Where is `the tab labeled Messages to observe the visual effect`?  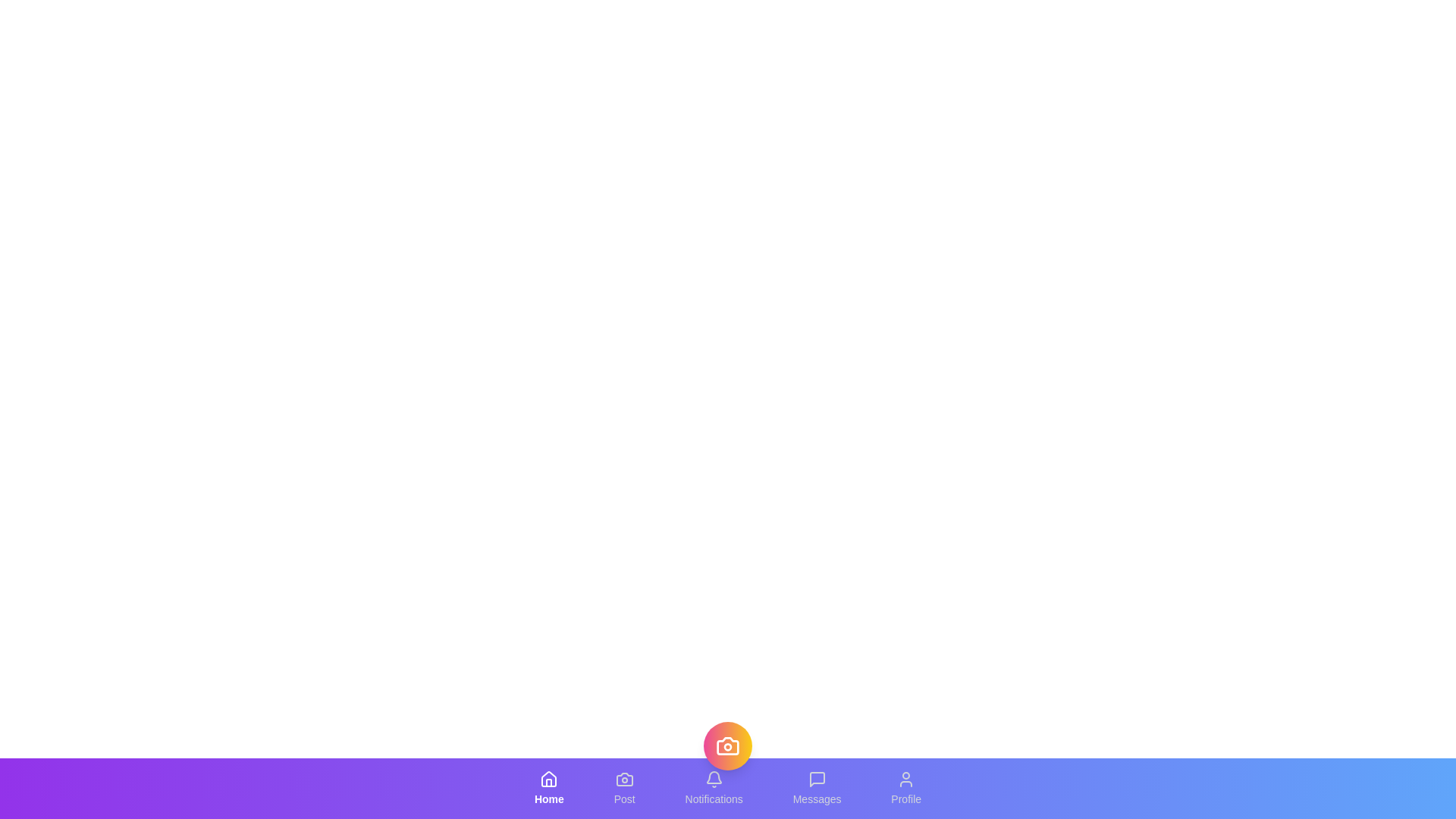
the tab labeled Messages to observe the visual effect is located at coordinates (816, 788).